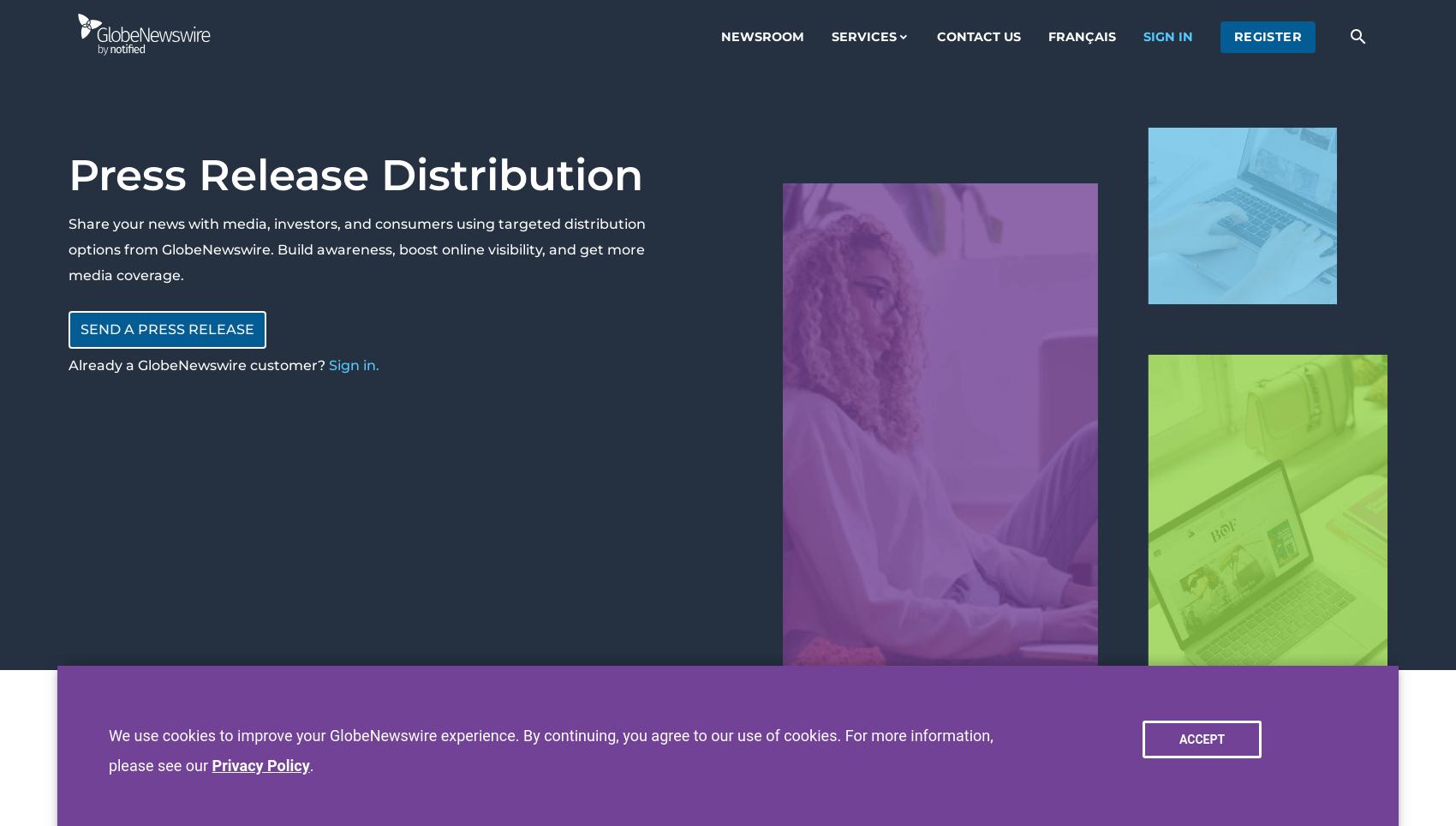 Image resolution: width=1456 pixels, height=826 pixels. What do you see at coordinates (356, 249) in the screenshot?
I see `'Share your news with media, investors, and consumers using targeted distribution options from GlobeNewswire. Build awareness, boost online visibility, and get more media coverage.'` at bounding box center [356, 249].